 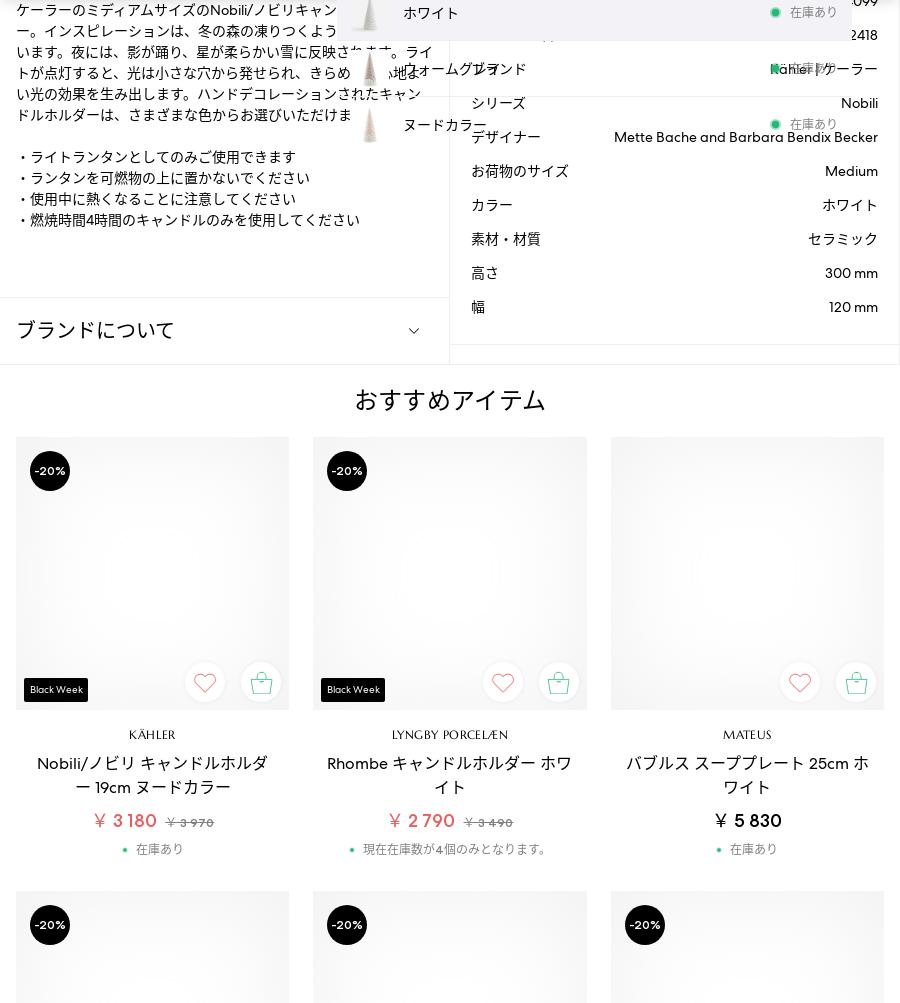 What do you see at coordinates (128, 733) in the screenshot?
I see `'Kähler'` at bounding box center [128, 733].